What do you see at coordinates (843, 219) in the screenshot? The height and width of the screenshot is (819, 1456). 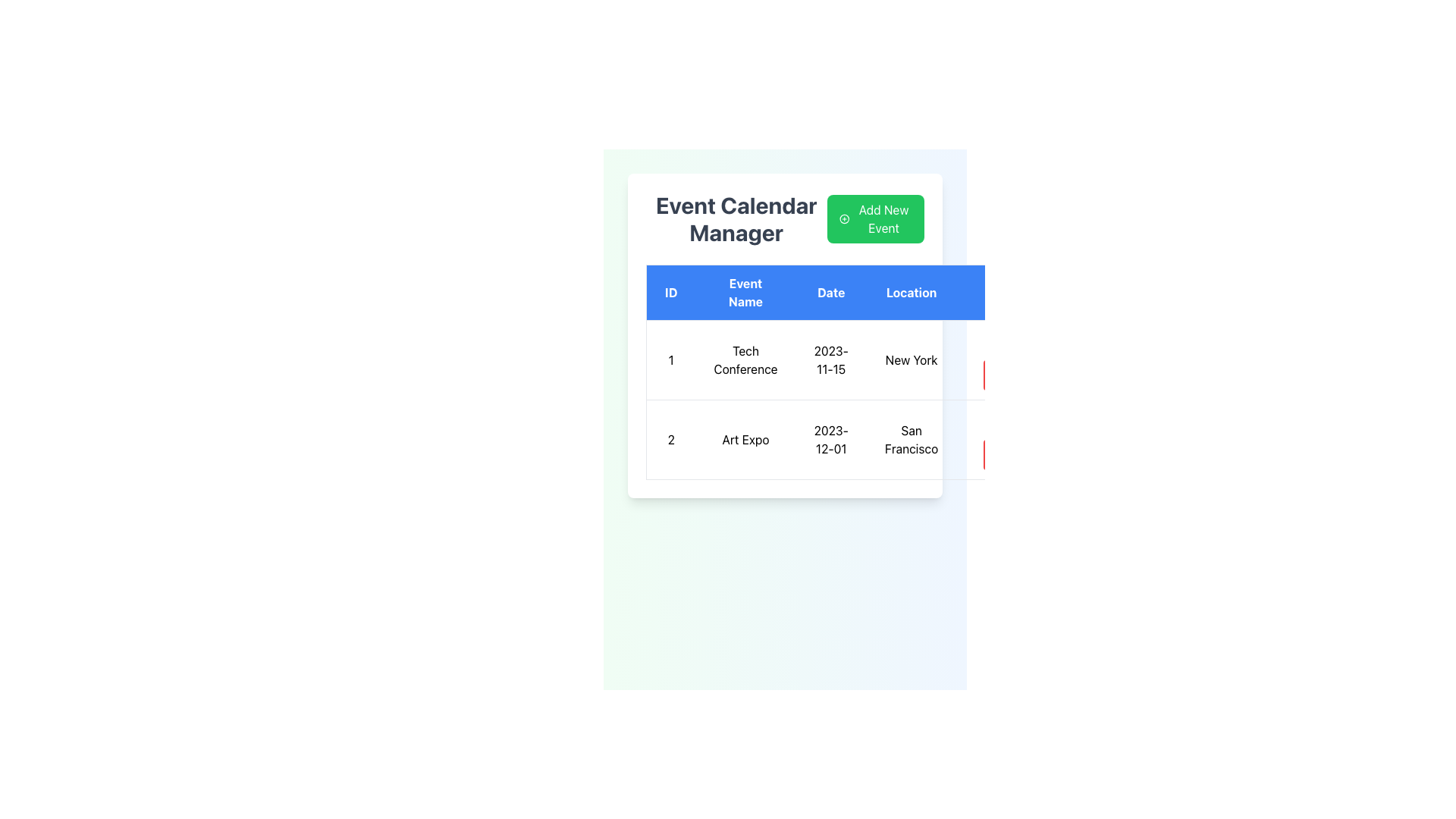 I see `the circular green icon with a plus sign located to the left of the text 'Add New Event' in the 'Event Calendar Manager' section` at bounding box center [843, 219].